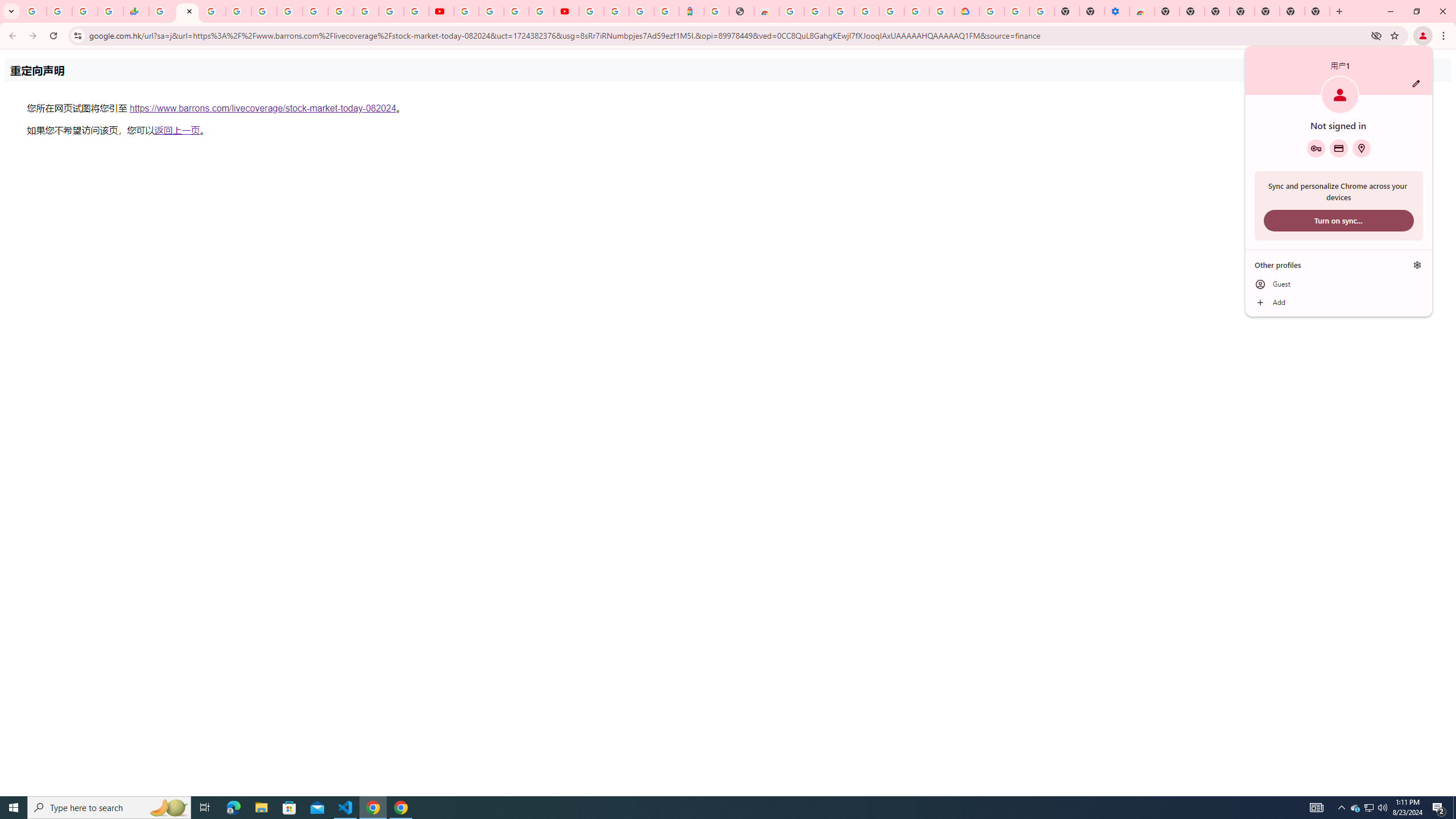  Describe the element at coordinates (1376, 35) in the screenshot. I see `'Third-party cookies blocked'` at that location.